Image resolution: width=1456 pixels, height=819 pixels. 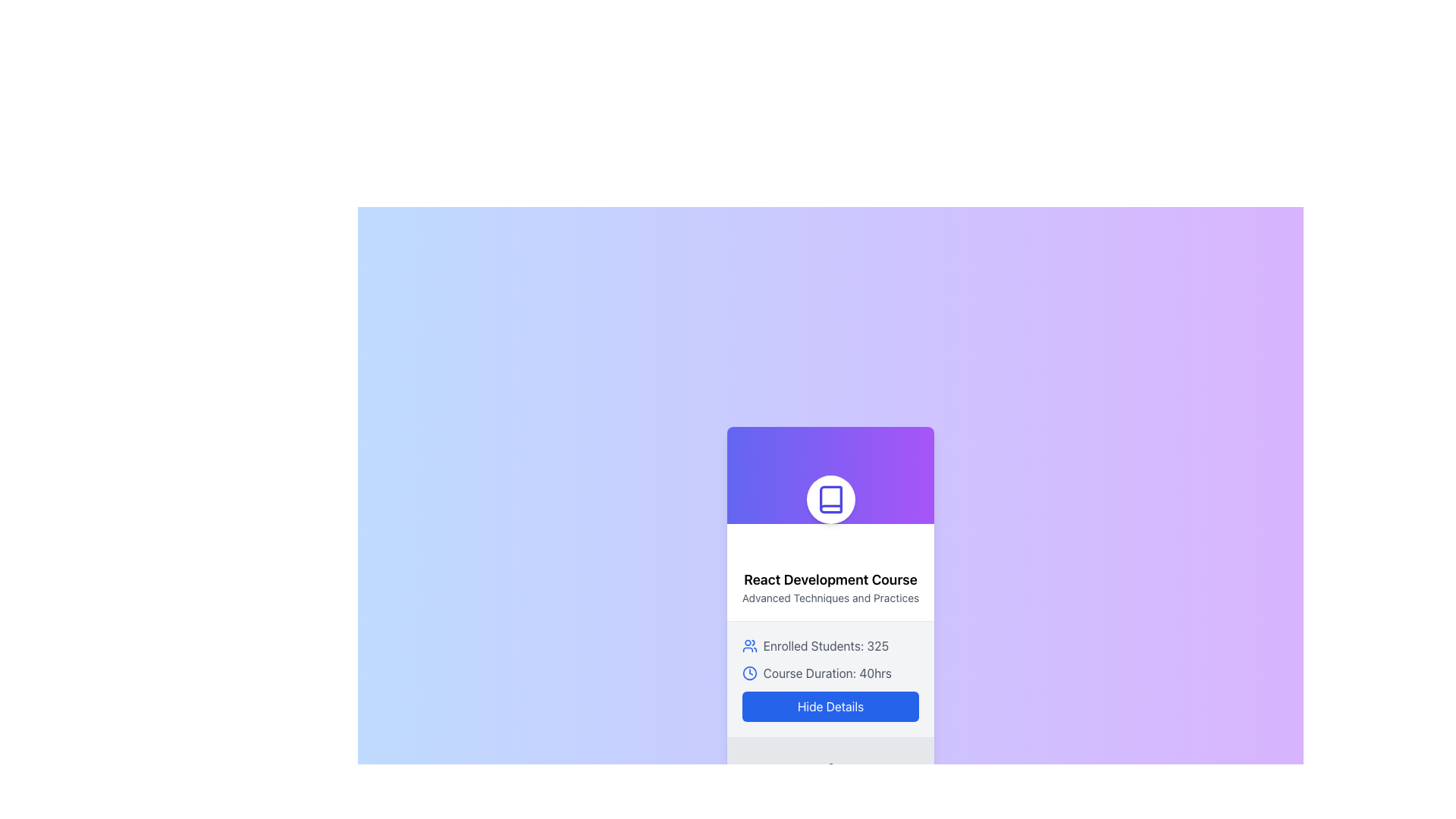 I want to click on the informational text component about the course 'React Development Course', so click(x=830, y=678).